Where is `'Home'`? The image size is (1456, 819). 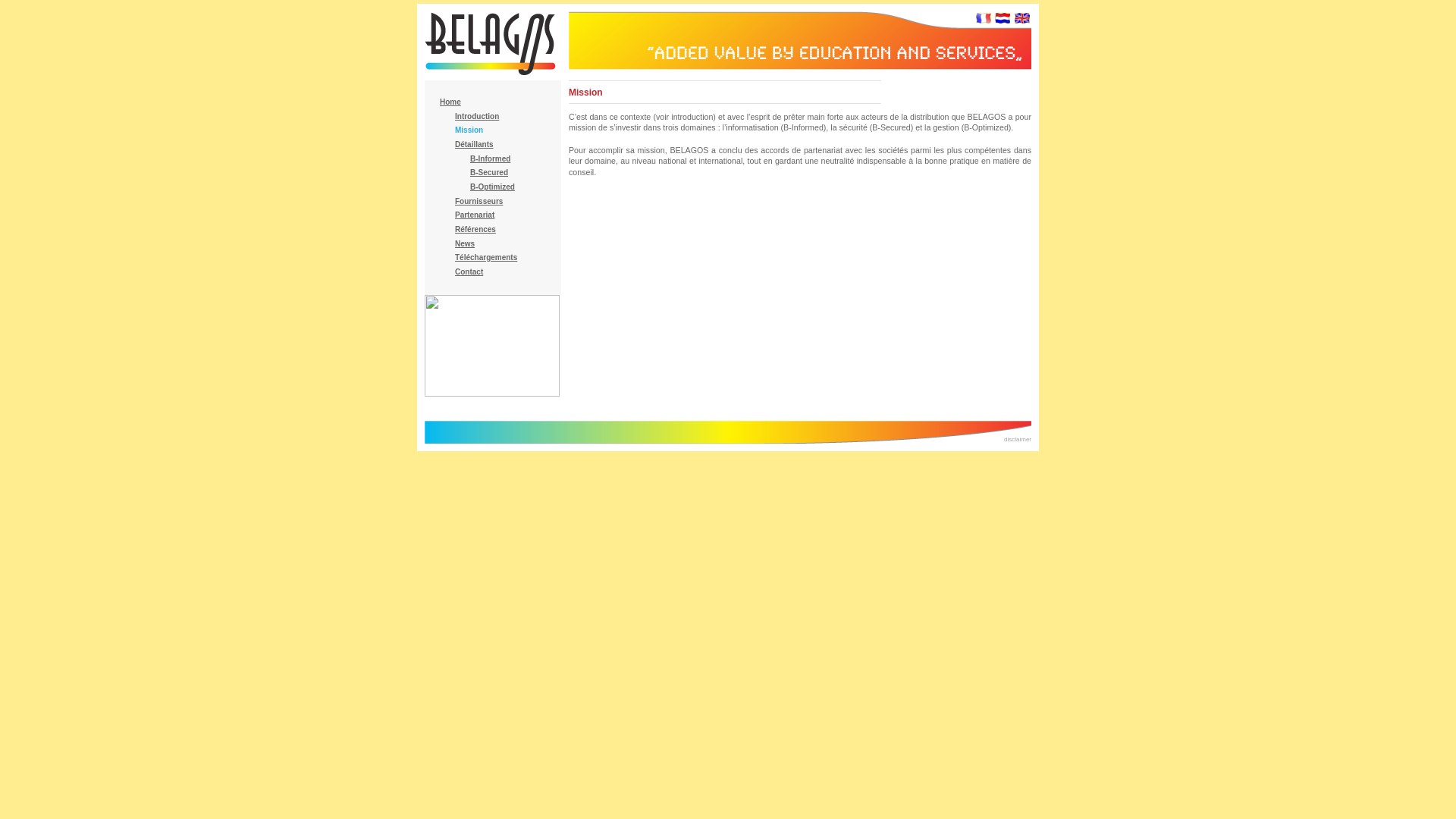 'Home' is located at coordinates (450, 102).